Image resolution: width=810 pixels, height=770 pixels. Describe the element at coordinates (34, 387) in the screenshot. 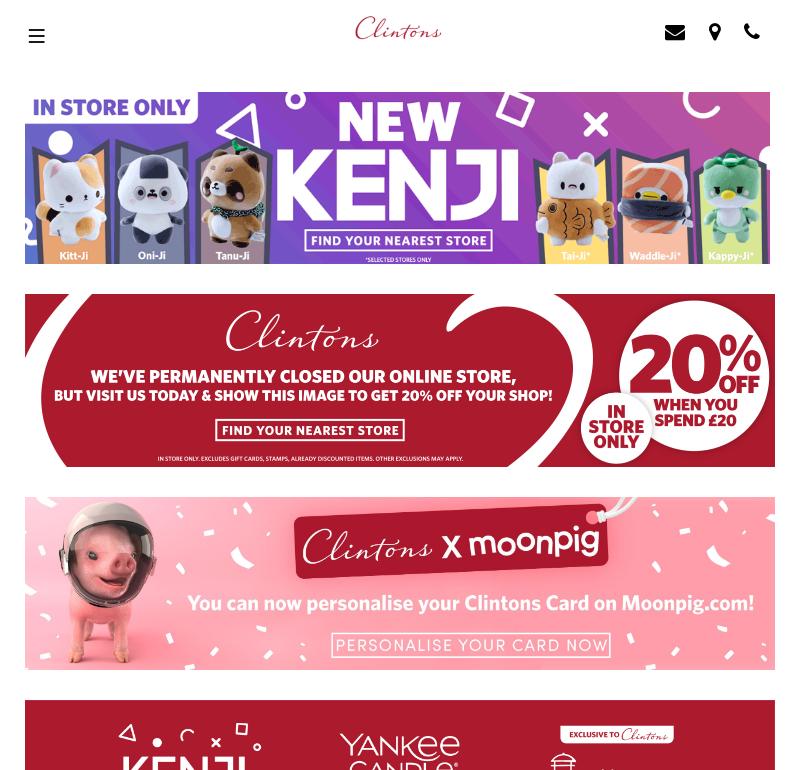

I see `'Trustpilot'` at that location.